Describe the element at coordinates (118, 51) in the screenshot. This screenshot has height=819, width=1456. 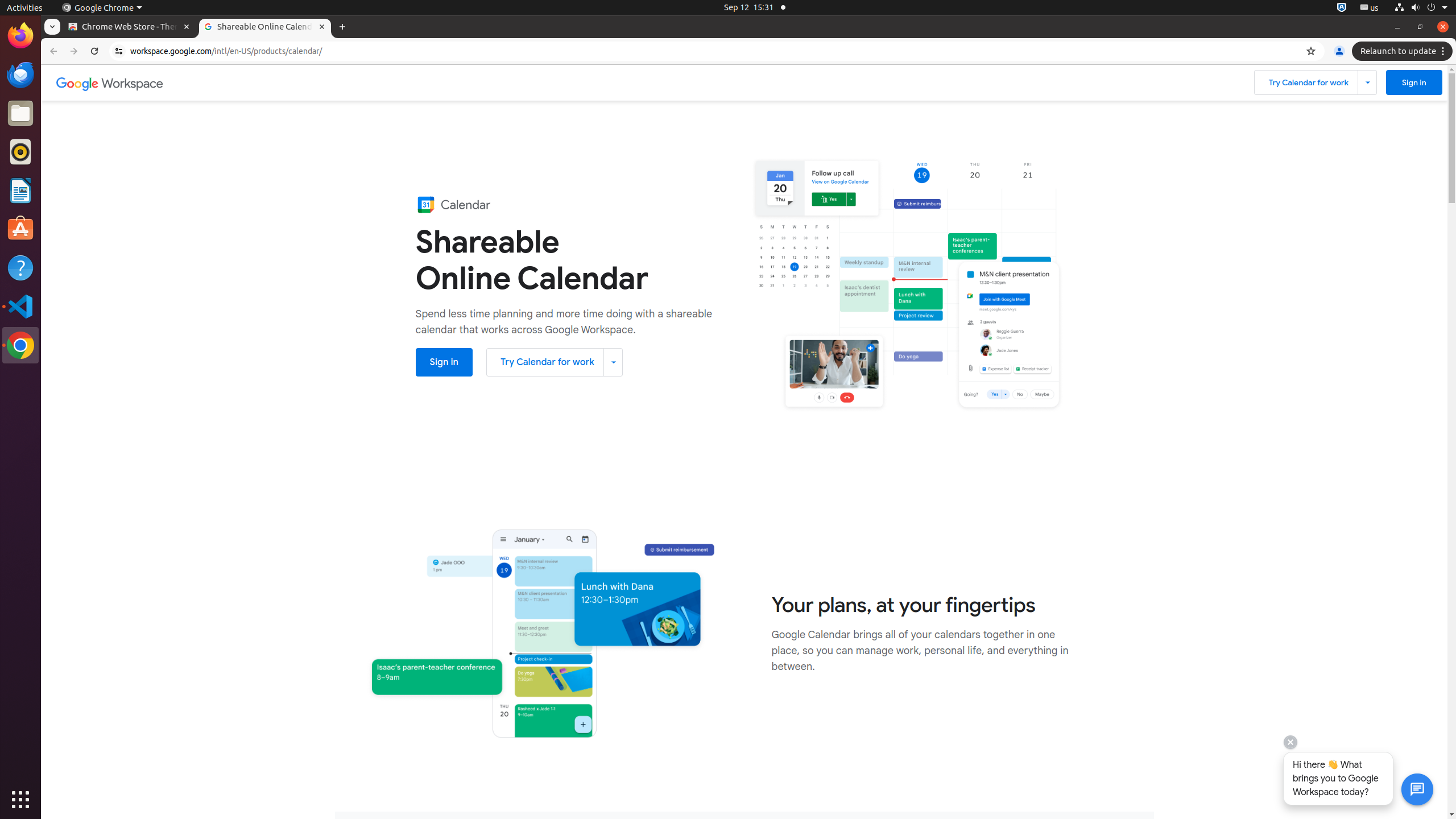
I see `'View site information'` at that location.